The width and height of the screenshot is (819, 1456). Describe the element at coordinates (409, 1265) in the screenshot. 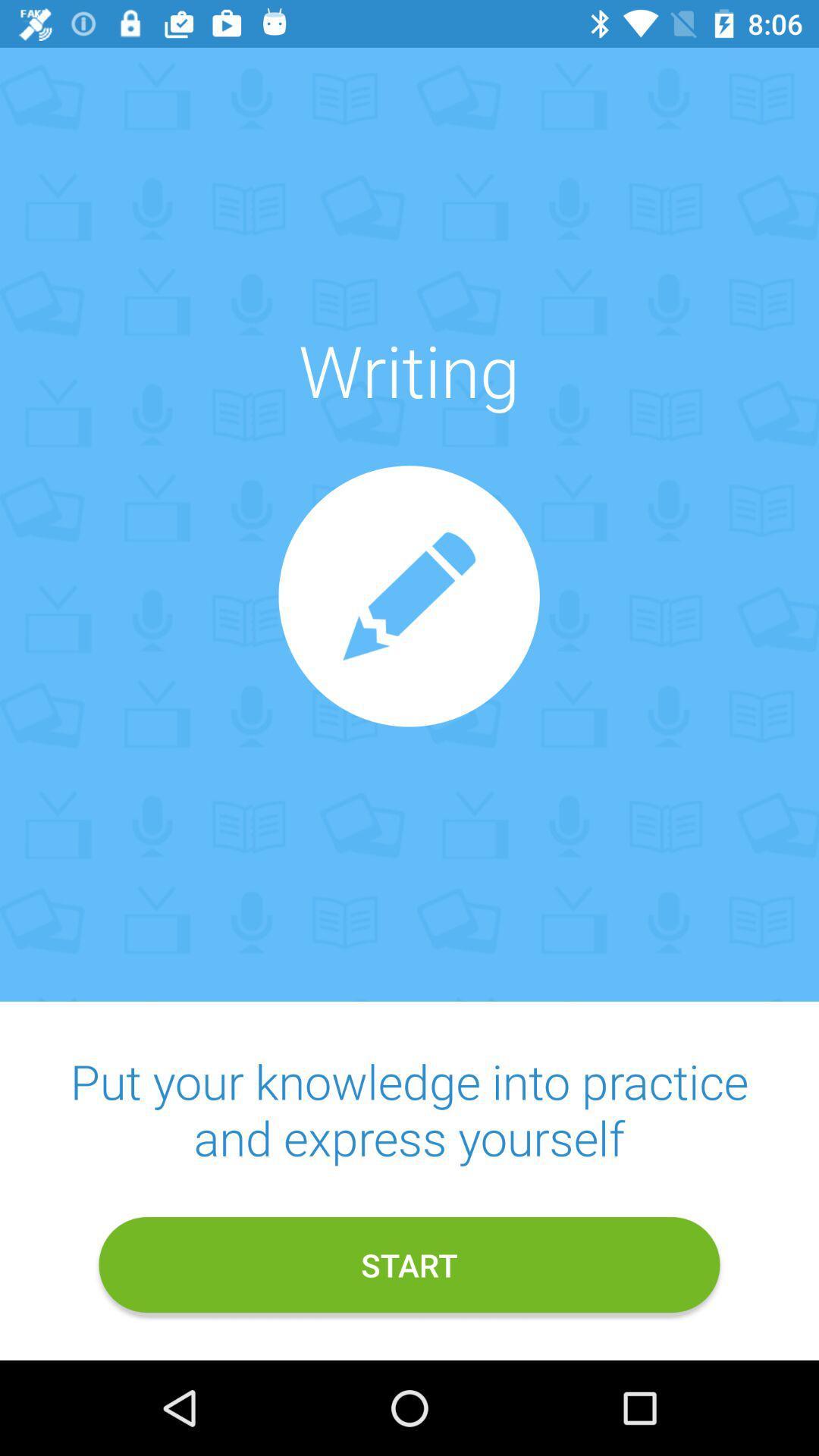

I see `item below the put your knowledge` at that location.